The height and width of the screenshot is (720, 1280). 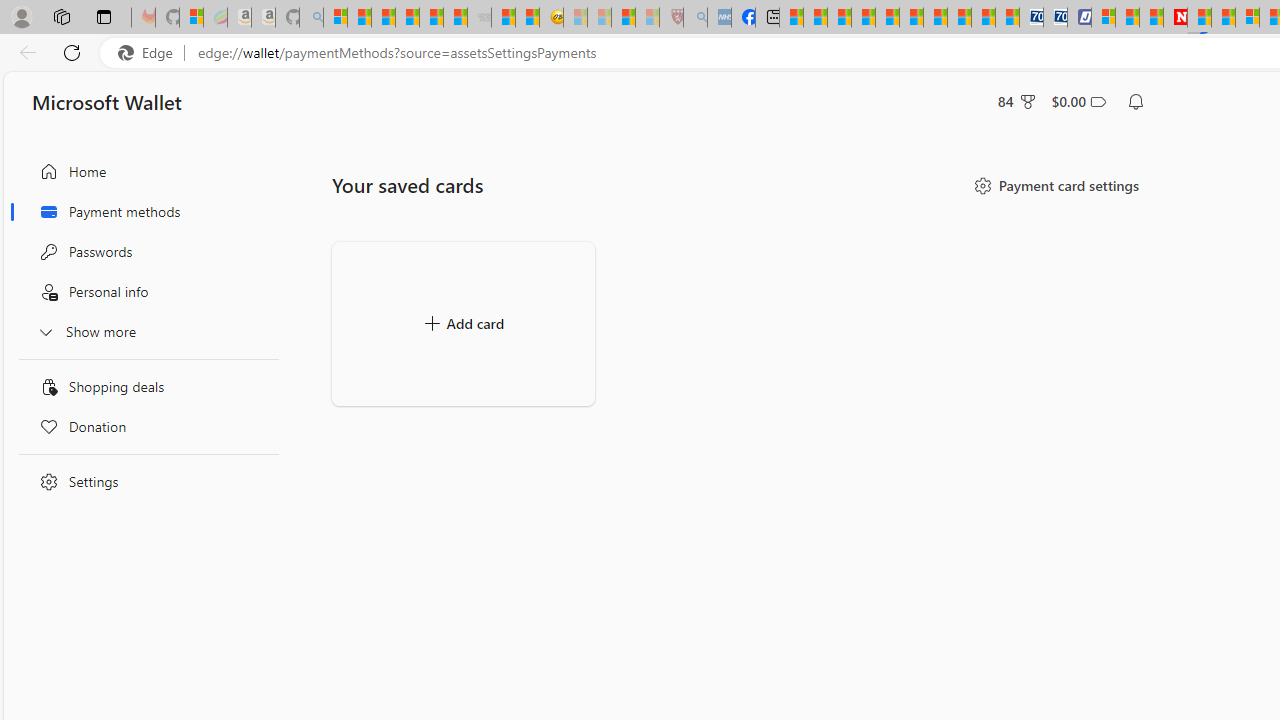 What do you see at coordinates (462, 323) in the screenshot?
I see `'Add card'` at bounding box center [462, 323].